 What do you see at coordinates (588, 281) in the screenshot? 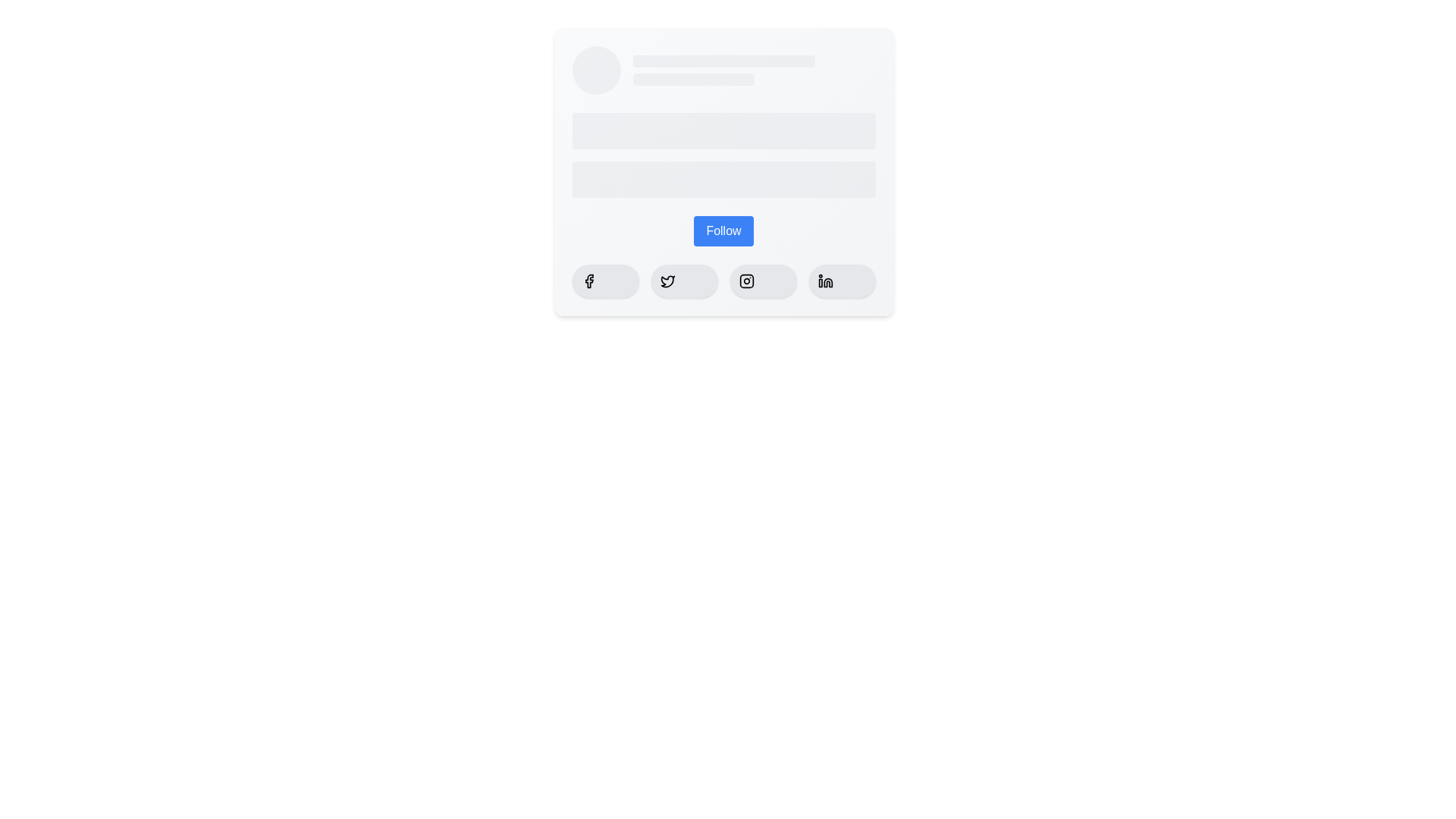
I see `the first circular button in the row of social media icons` at bounding box center [588, 281].